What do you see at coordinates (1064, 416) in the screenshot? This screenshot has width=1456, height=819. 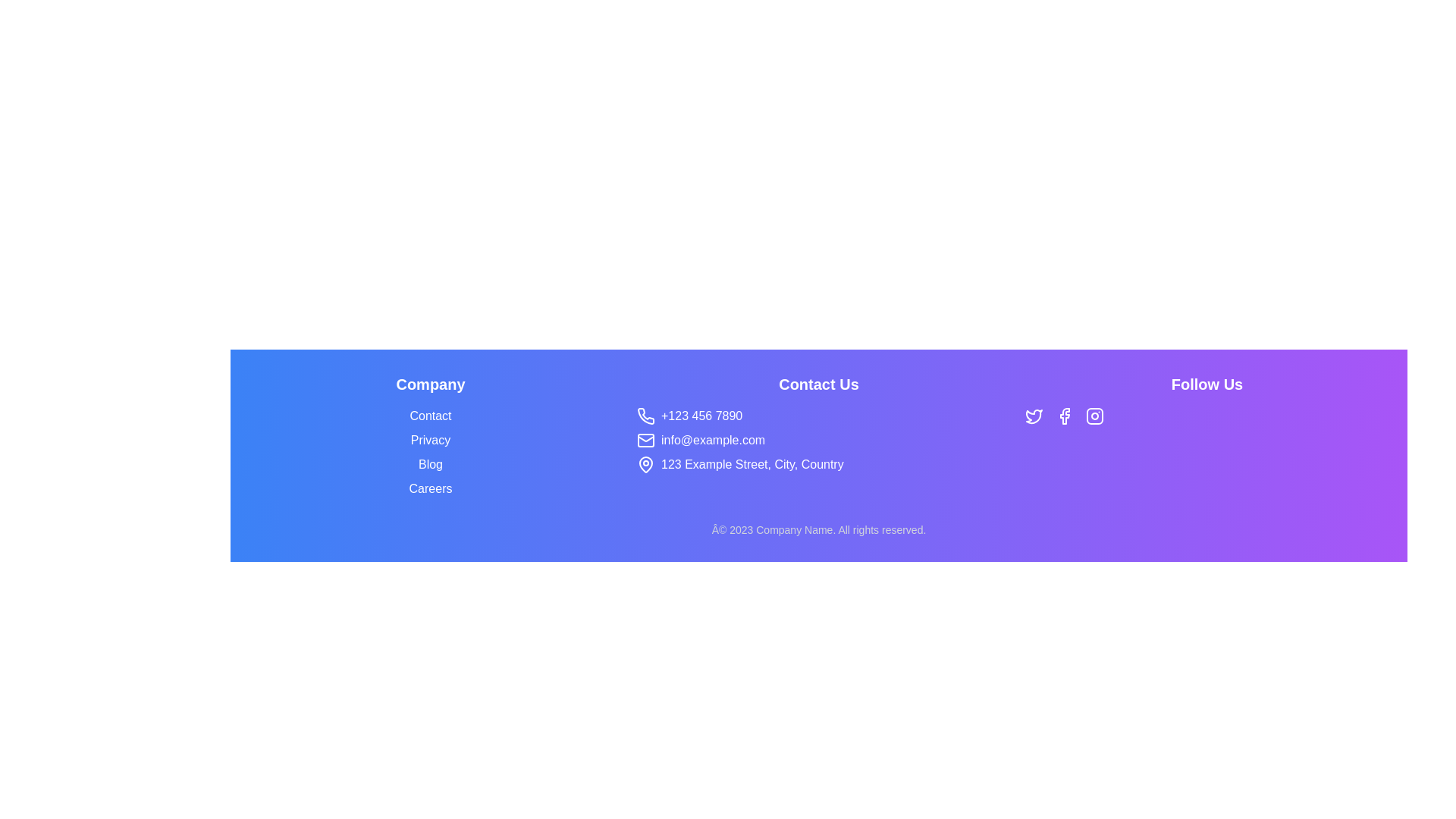 I see `the Facebook icon in the 'Follow Us' section of the footer` at bounding box center [1064, 416].